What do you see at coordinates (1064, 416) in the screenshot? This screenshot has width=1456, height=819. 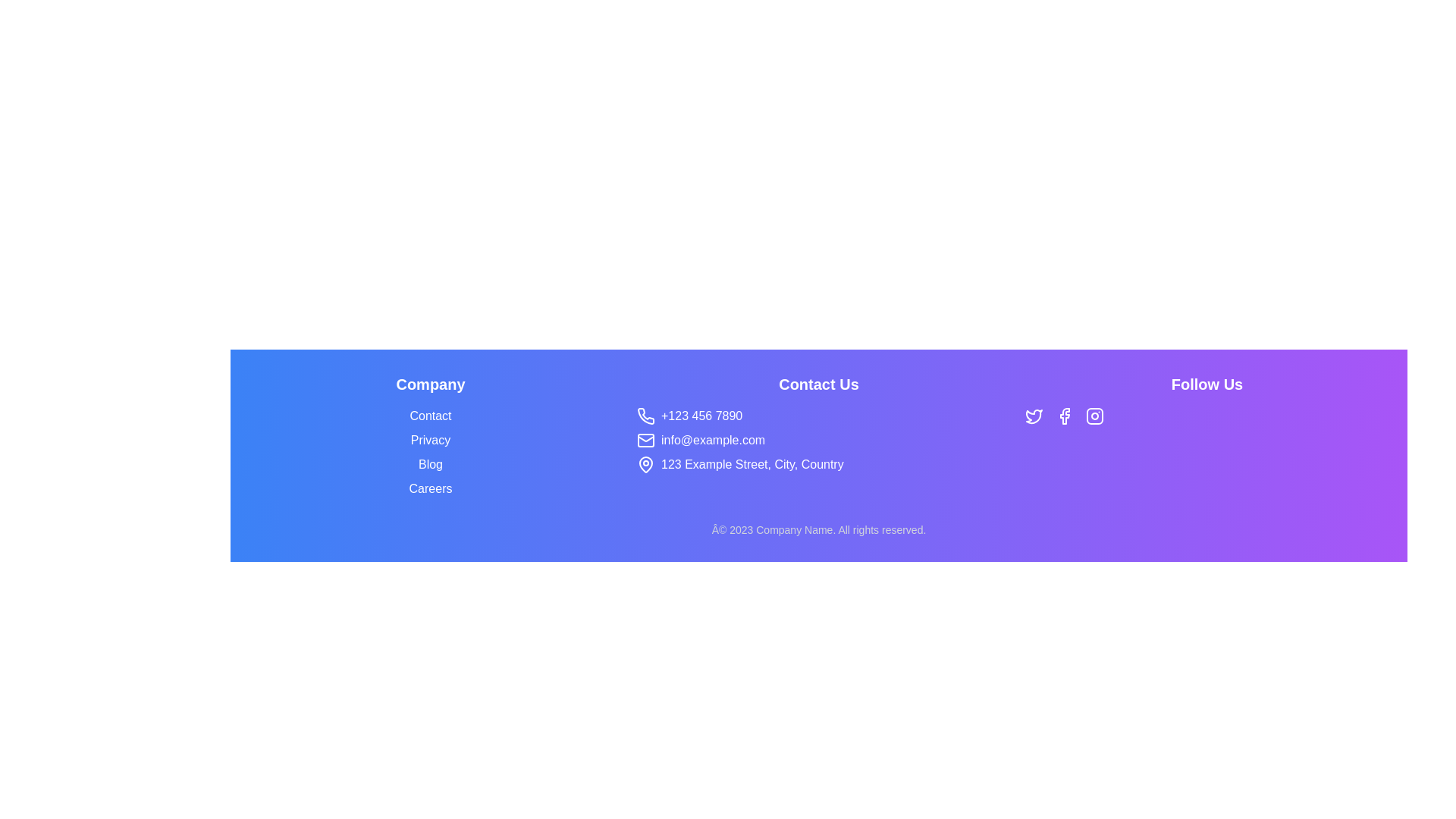 I see `the Facebook icon in the 'Follow Us' section of the footer` at bounding box center [1064, 416].